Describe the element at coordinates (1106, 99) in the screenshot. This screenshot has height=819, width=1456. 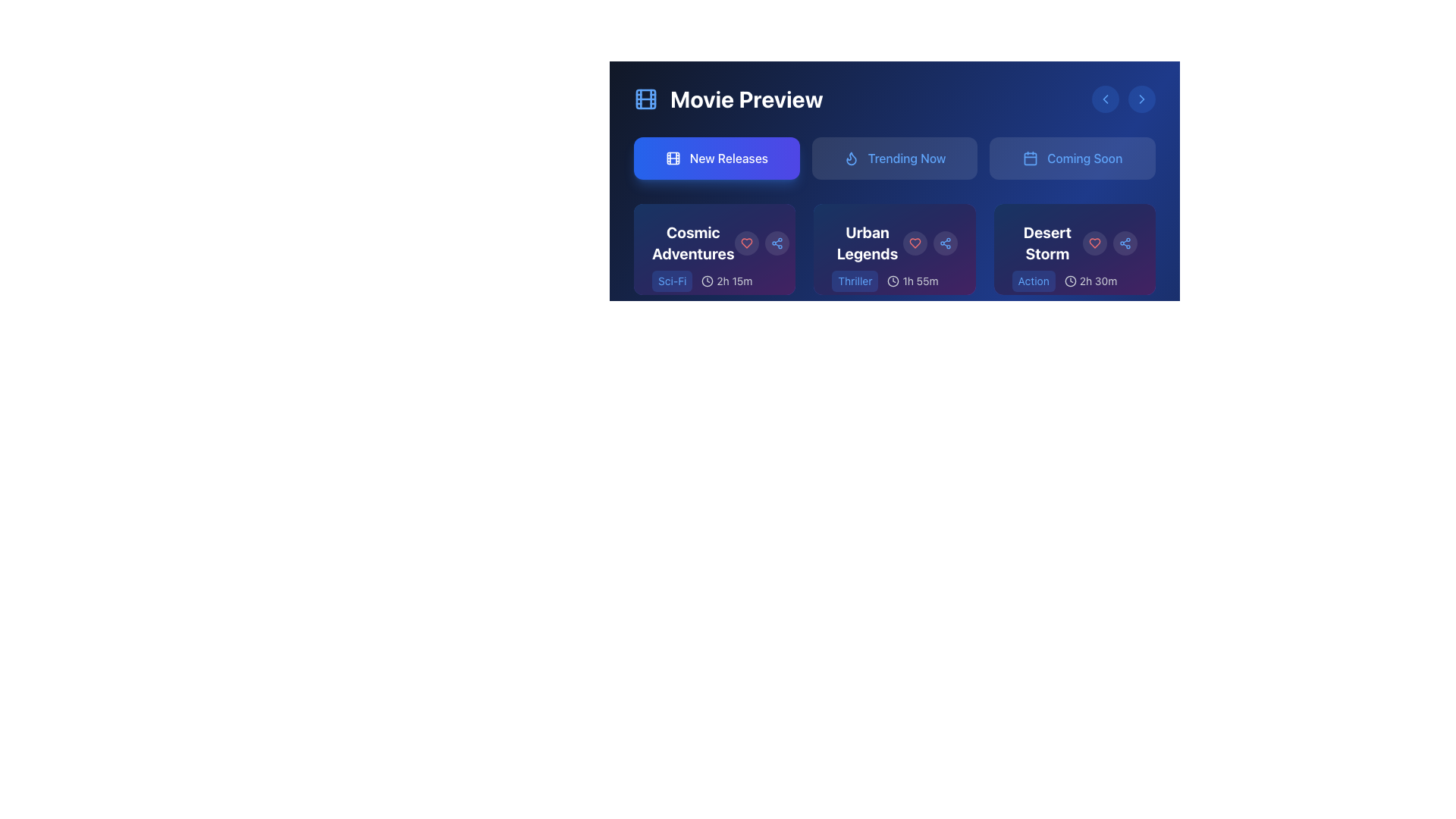
I see `the circular blue button with a leftward-pointing chevron icon` at that location.